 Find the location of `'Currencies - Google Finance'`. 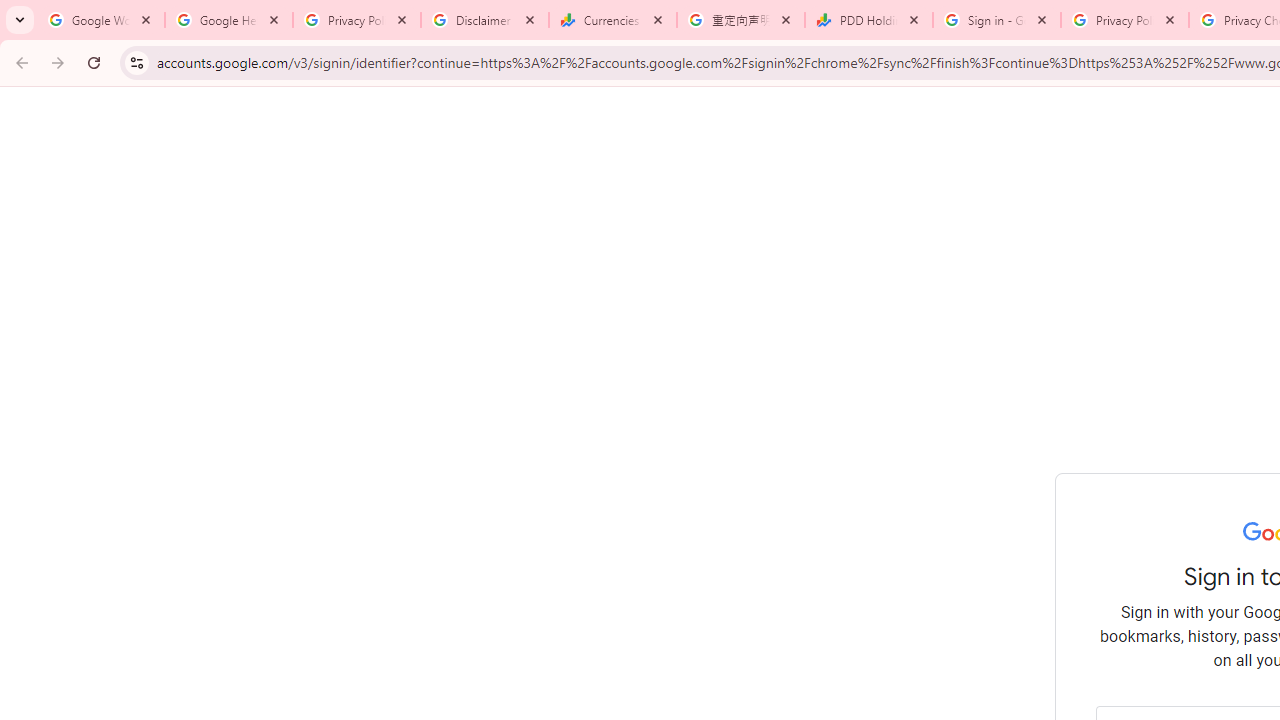

'Currencies - Google Finance' is located at coordinates (612, 20).